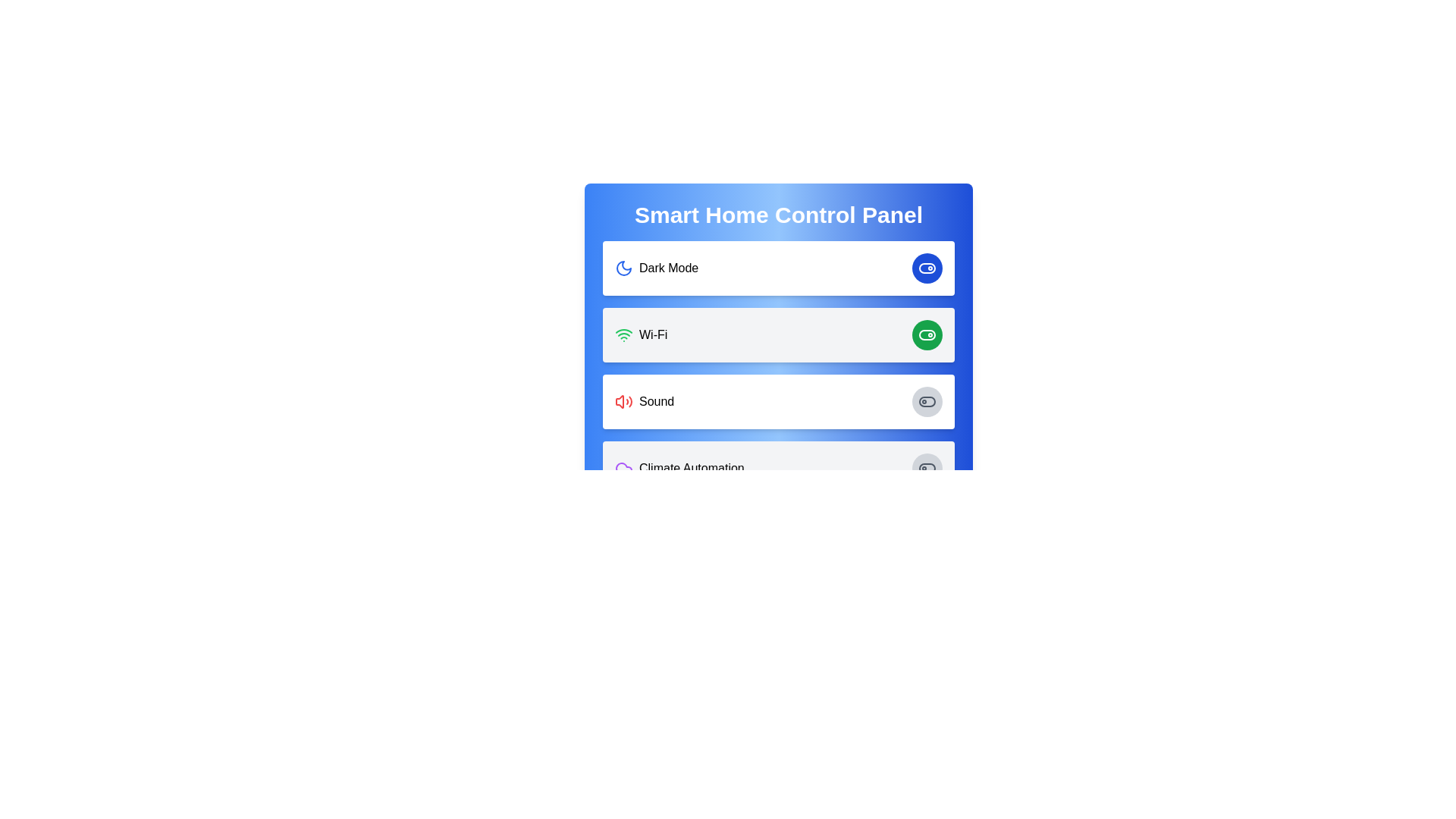 This screenshot has height=819, width=1456. I want to click on the climate automation icon located to the left of the text 'Climate Automation' in the fourth row of the Smart Home Control Panel, so click(623, 467).